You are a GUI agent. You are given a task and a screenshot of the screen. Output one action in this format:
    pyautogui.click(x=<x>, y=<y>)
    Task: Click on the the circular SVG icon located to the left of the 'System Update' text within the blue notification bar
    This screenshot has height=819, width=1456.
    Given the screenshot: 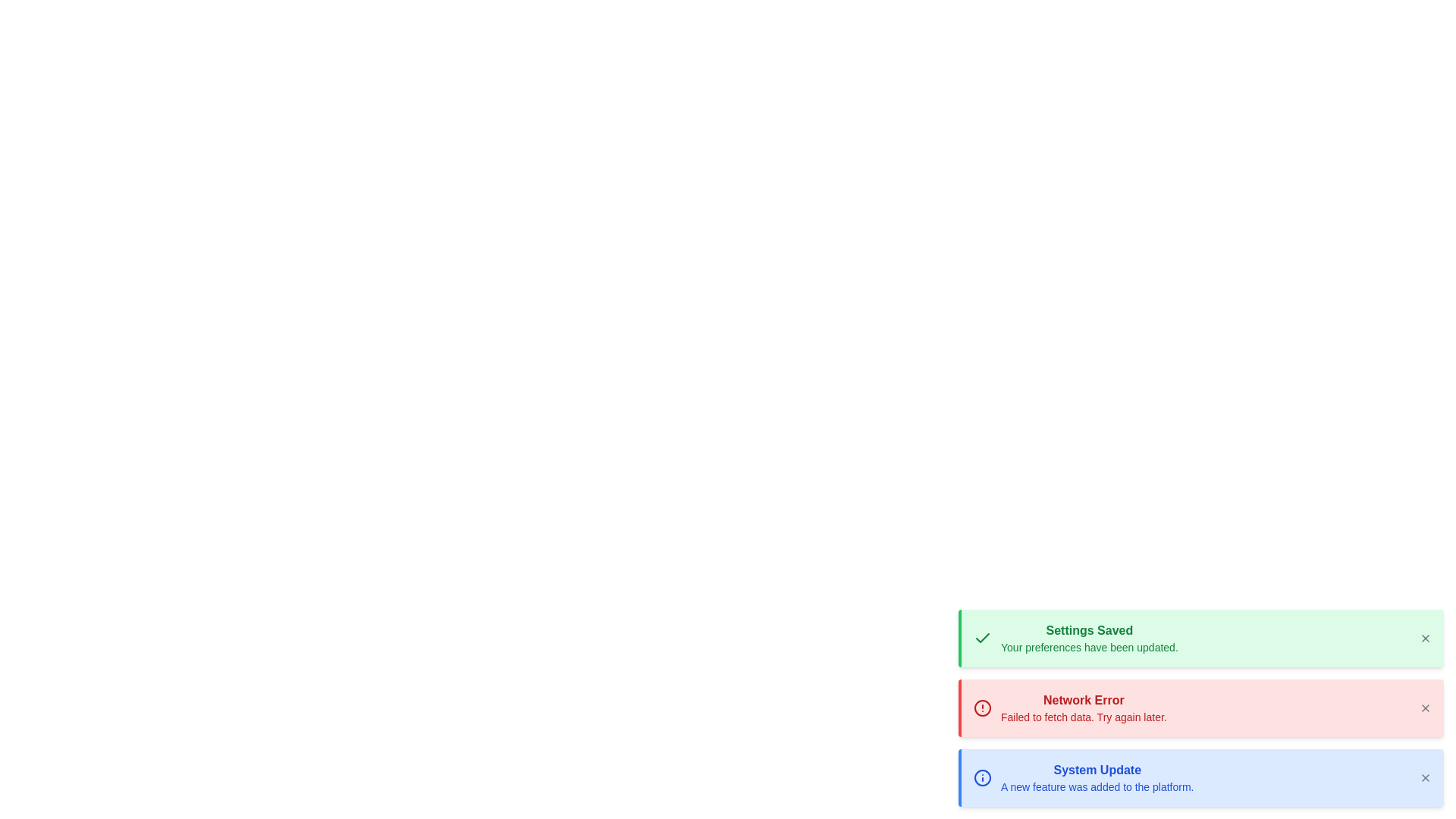 What is the action you would take?
    pyautogui.click(x=983, y=778)
    